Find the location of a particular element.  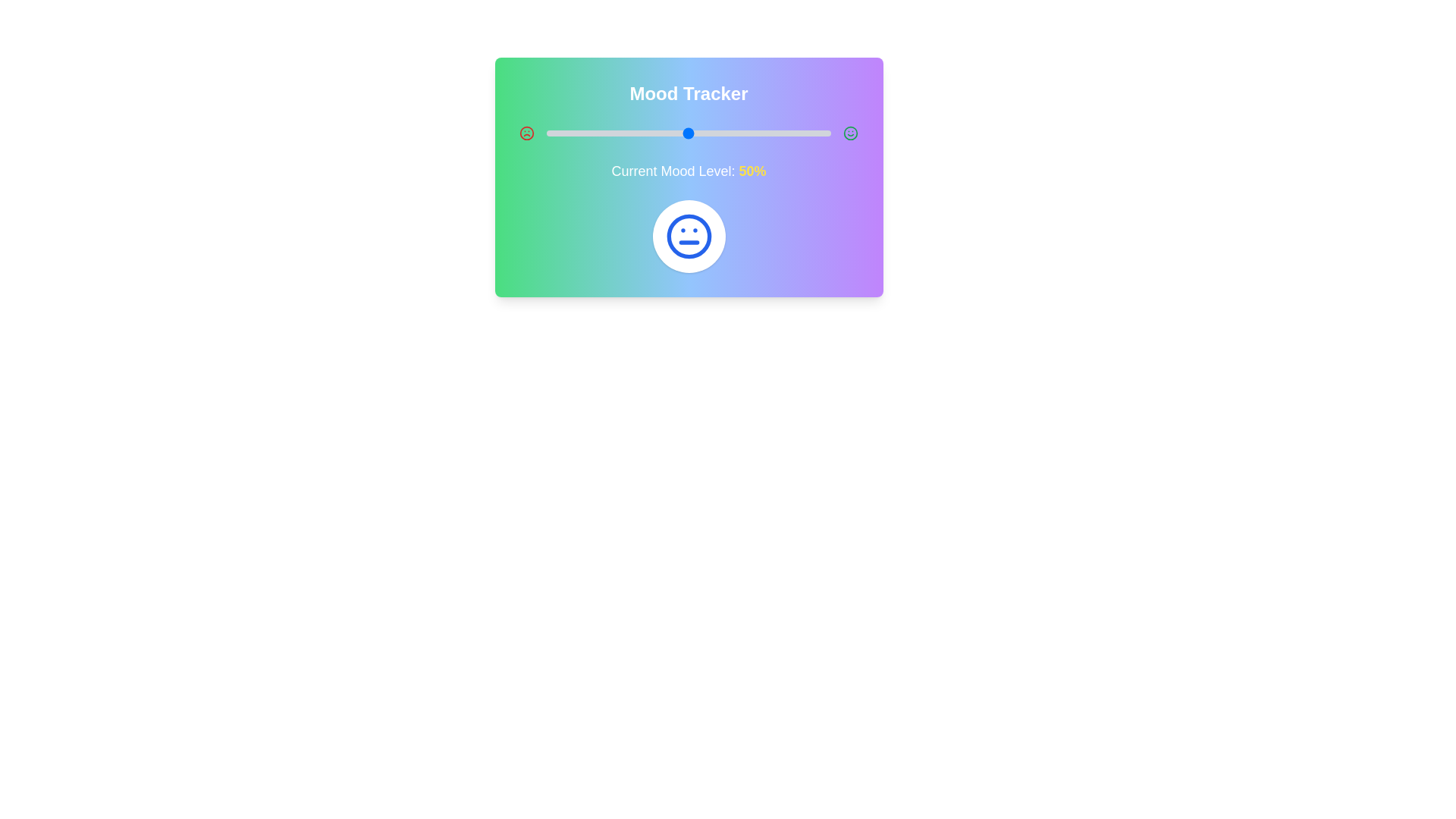

the mood level to 87% by dragging the slider is located at coordinates (793, 133).